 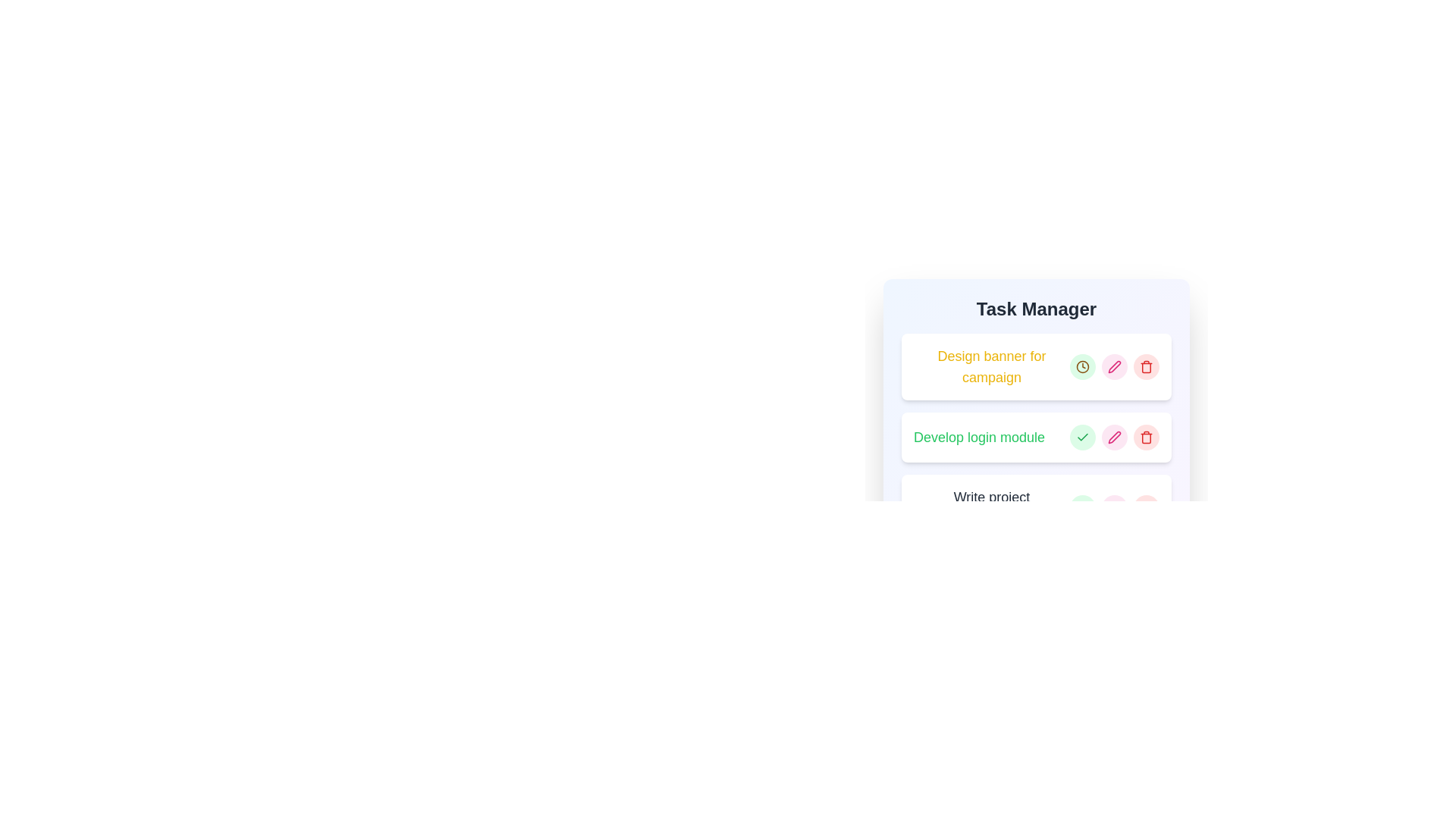 I want to click on the circular interactive button associated with the task 'Design banner for campaign' in the 'Task Manager' interface, so click(x=1082, y=366).